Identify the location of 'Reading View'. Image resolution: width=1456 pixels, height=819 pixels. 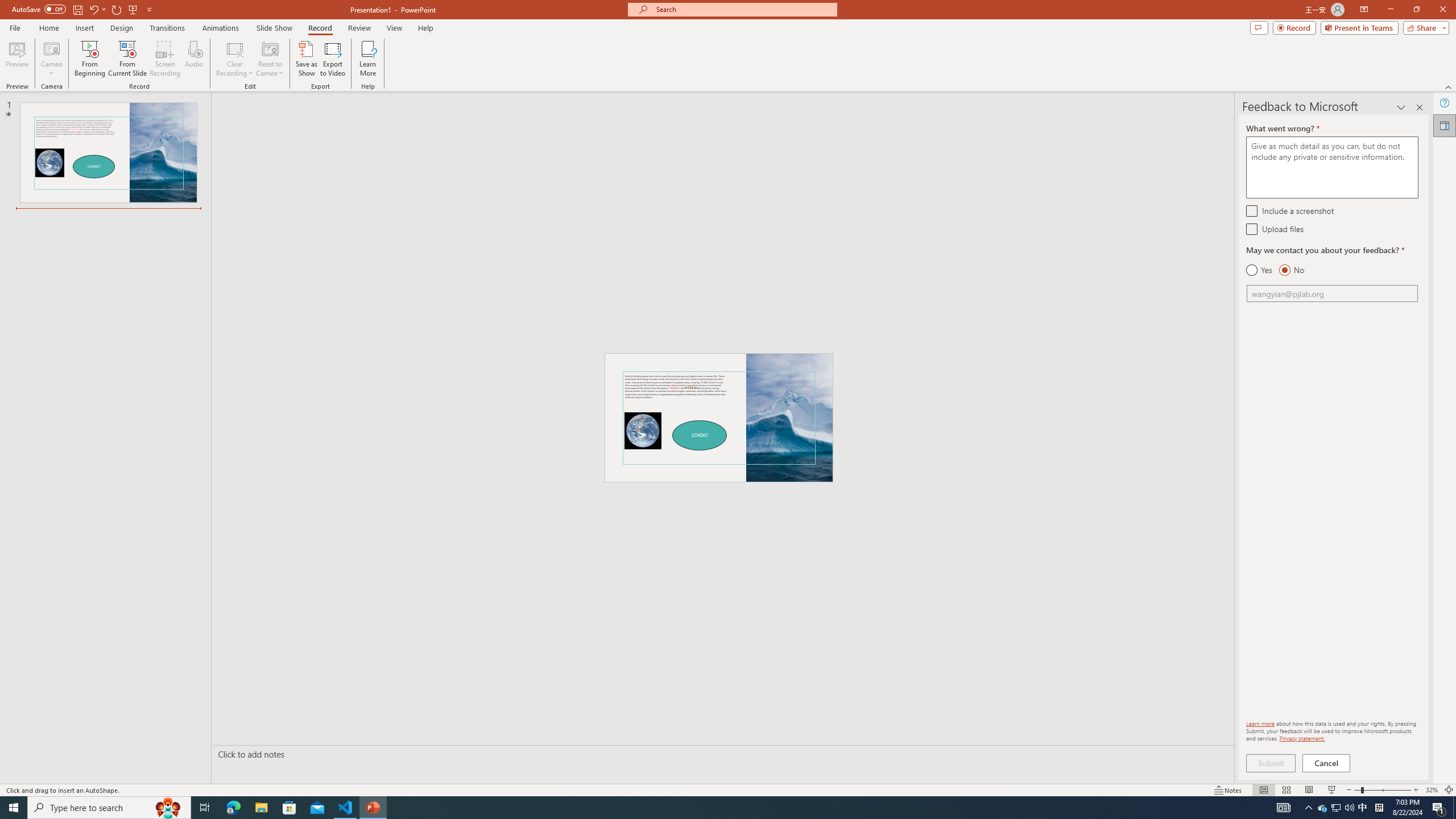
(1308, 790).